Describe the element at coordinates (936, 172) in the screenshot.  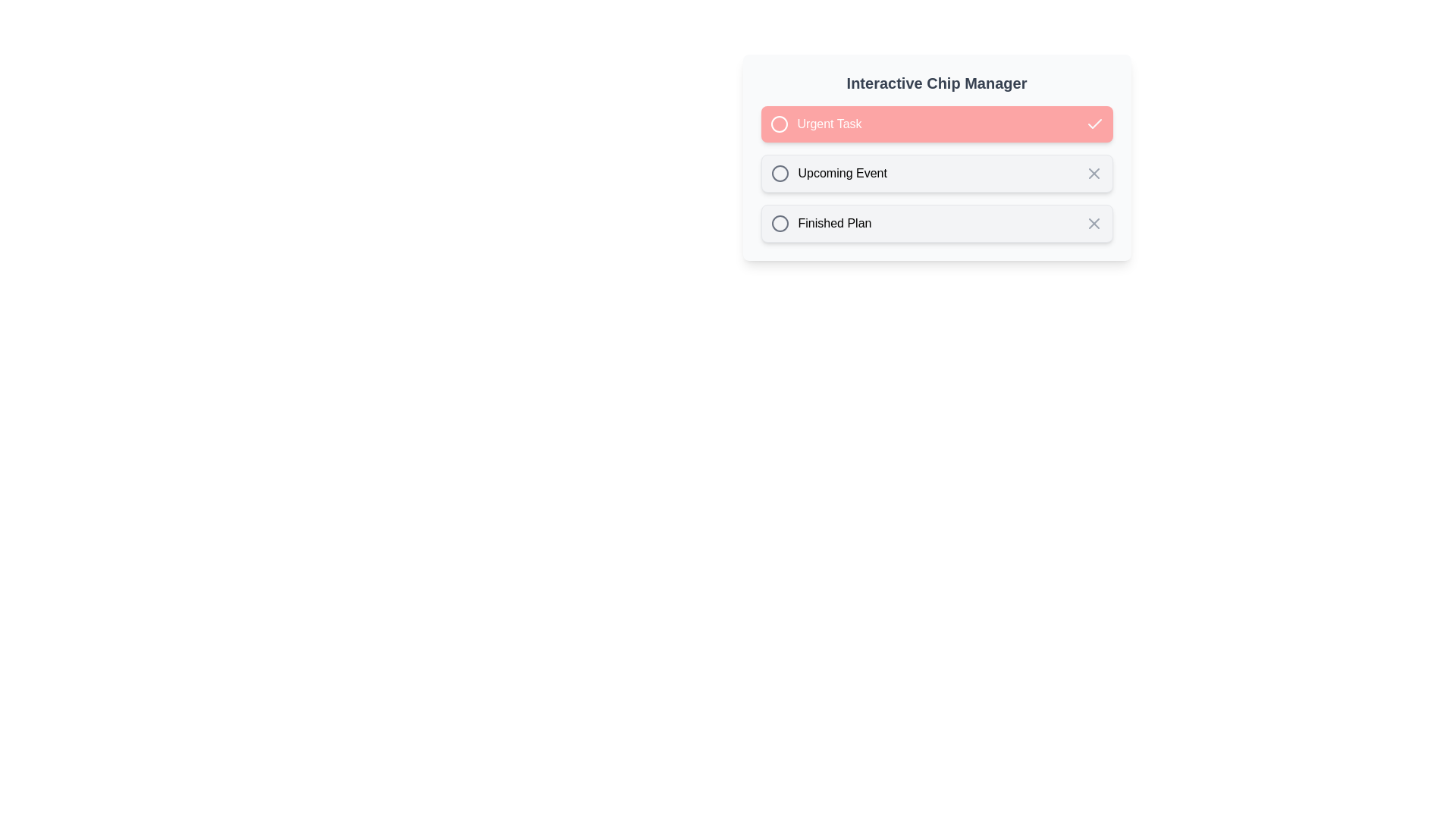
I see `the chip labeled Upcoming Event to toggle its selection state` at that location.